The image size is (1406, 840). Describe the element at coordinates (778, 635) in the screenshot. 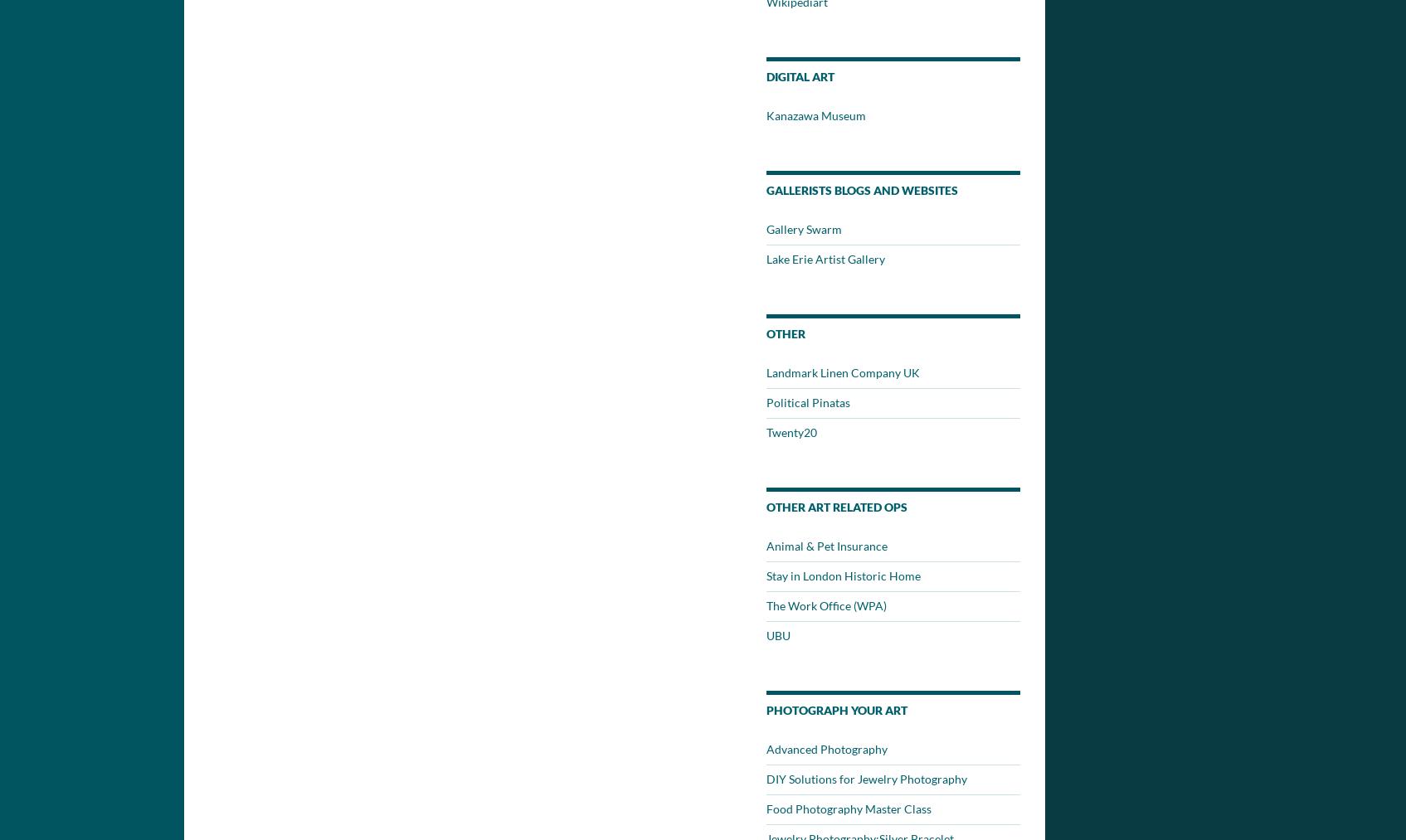

I see `'UBU'` at that location.